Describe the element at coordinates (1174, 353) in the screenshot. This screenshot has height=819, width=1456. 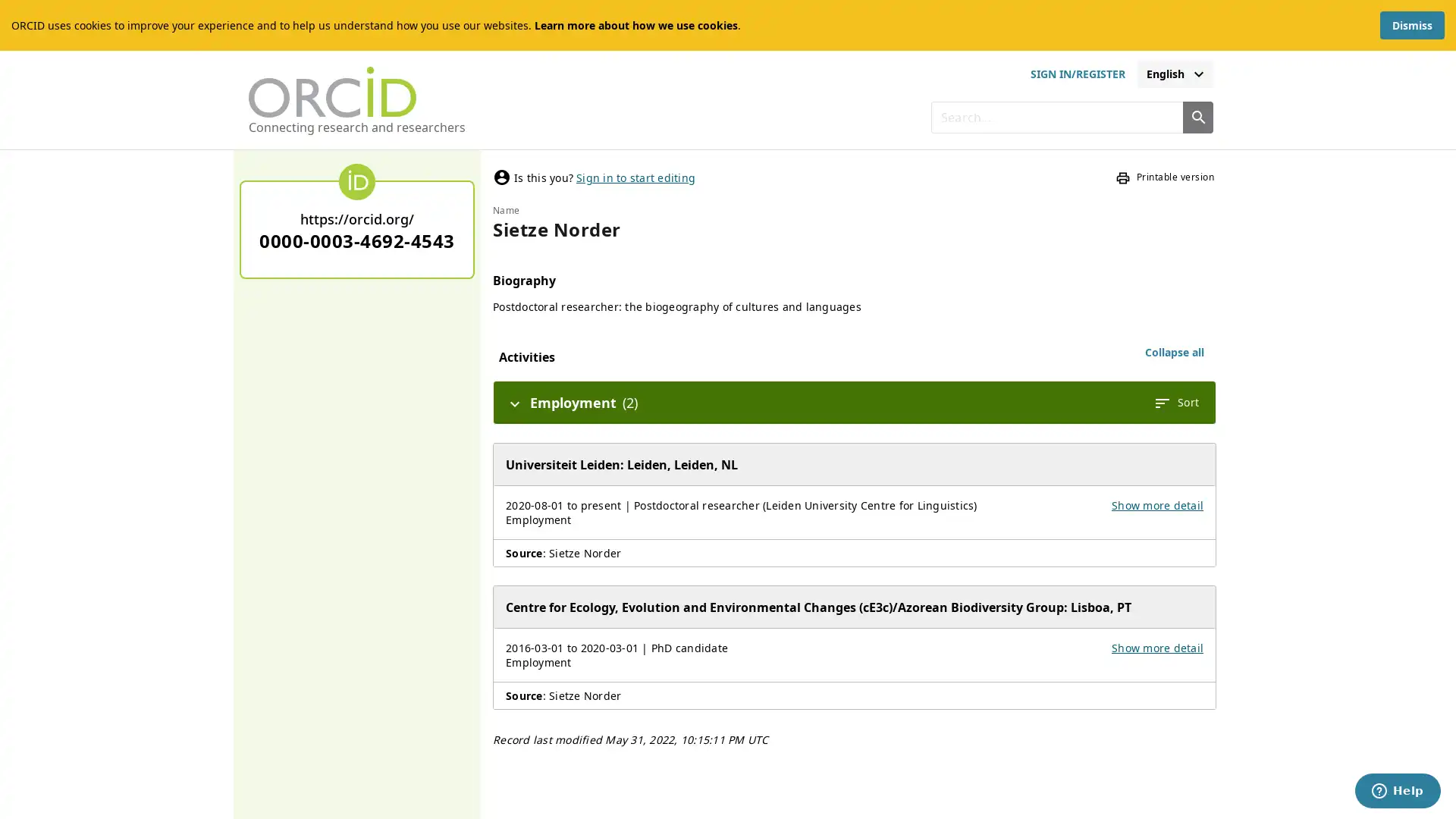
I see `Collapse all` at that location.